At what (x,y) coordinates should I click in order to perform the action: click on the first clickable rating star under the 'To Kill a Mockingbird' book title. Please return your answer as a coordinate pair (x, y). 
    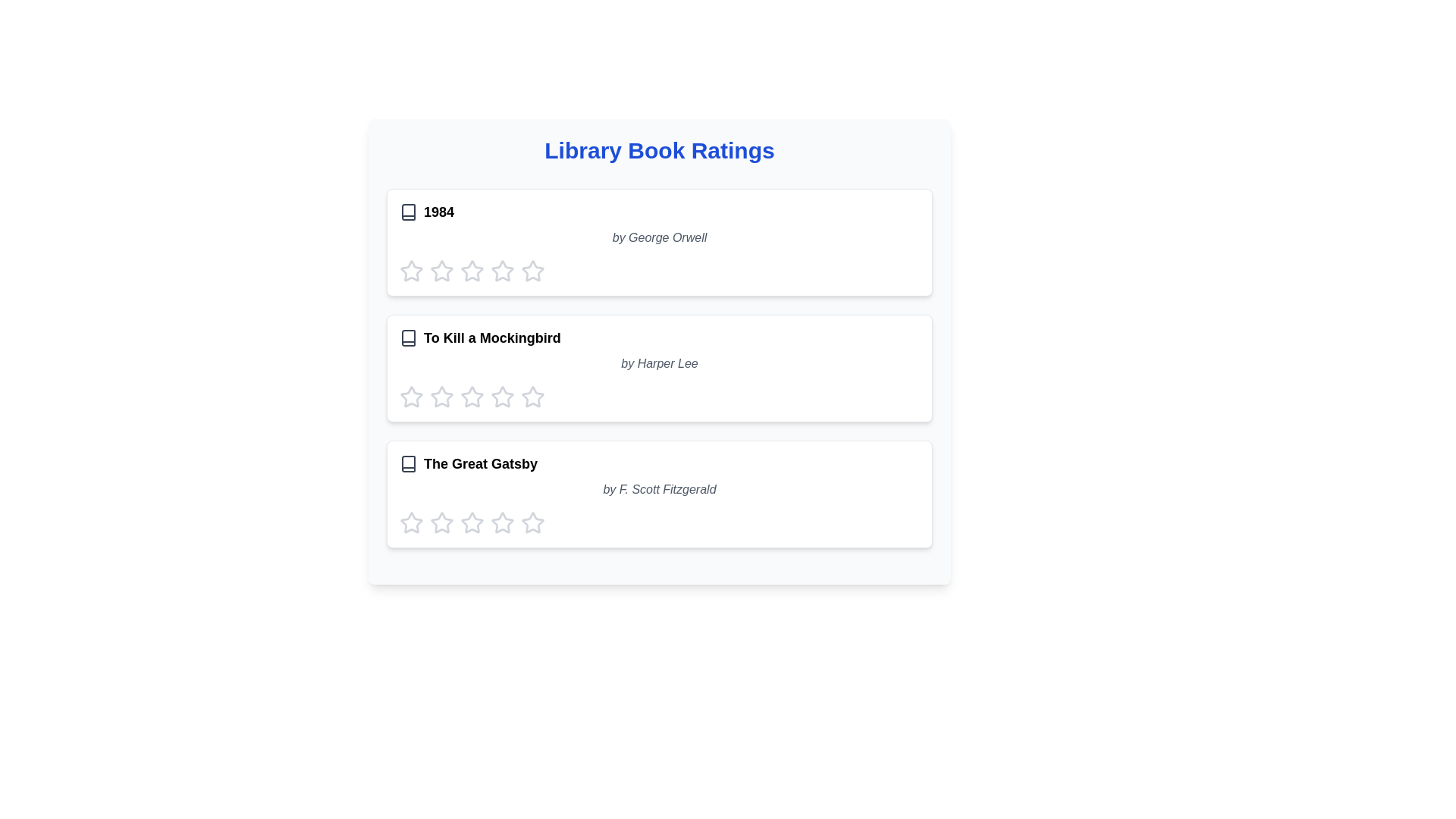
    Looking at the image, I should click on (411, 396).